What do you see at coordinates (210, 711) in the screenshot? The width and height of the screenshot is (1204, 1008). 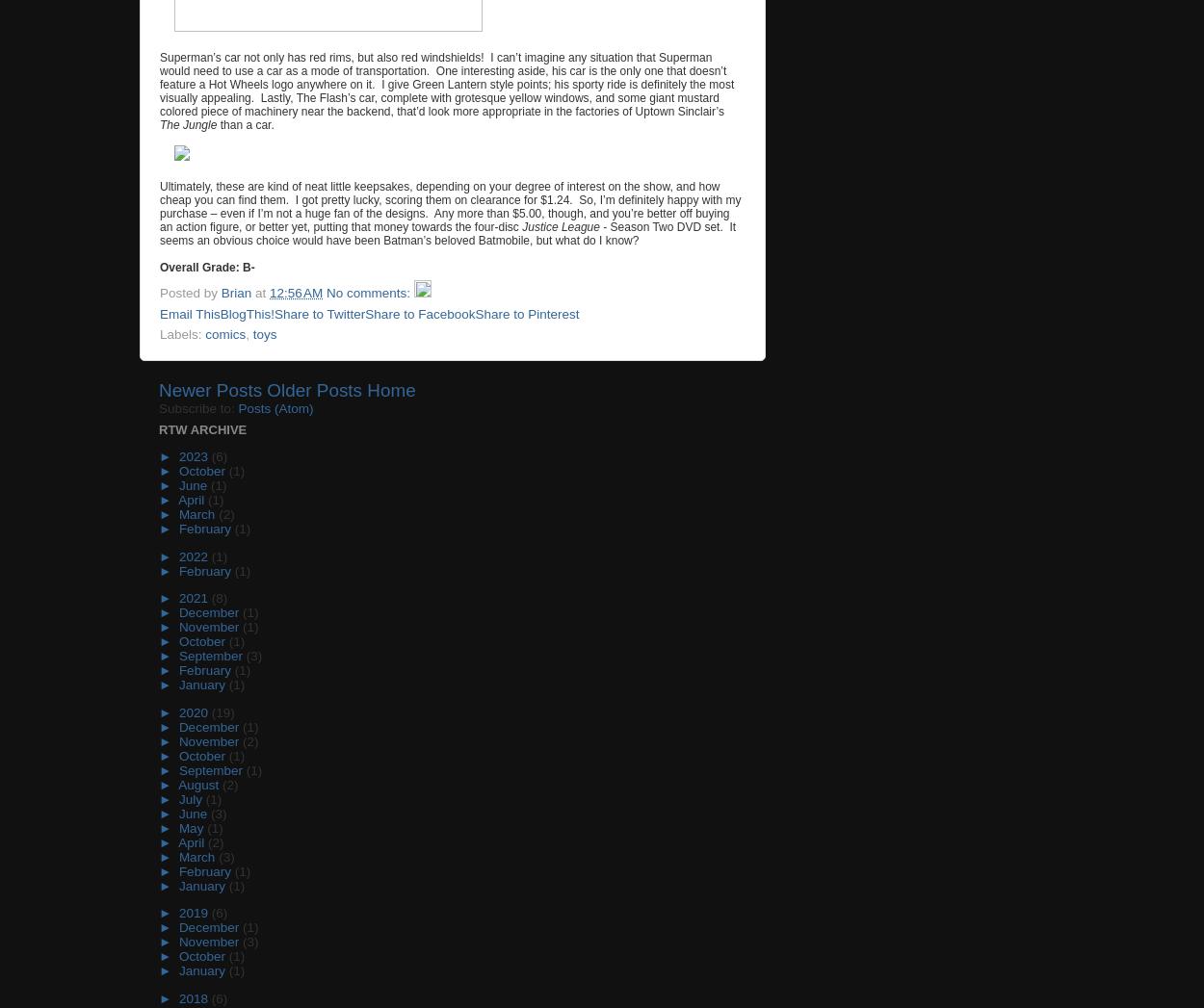 I see `'(19)'` at bounding box center [210, 711].